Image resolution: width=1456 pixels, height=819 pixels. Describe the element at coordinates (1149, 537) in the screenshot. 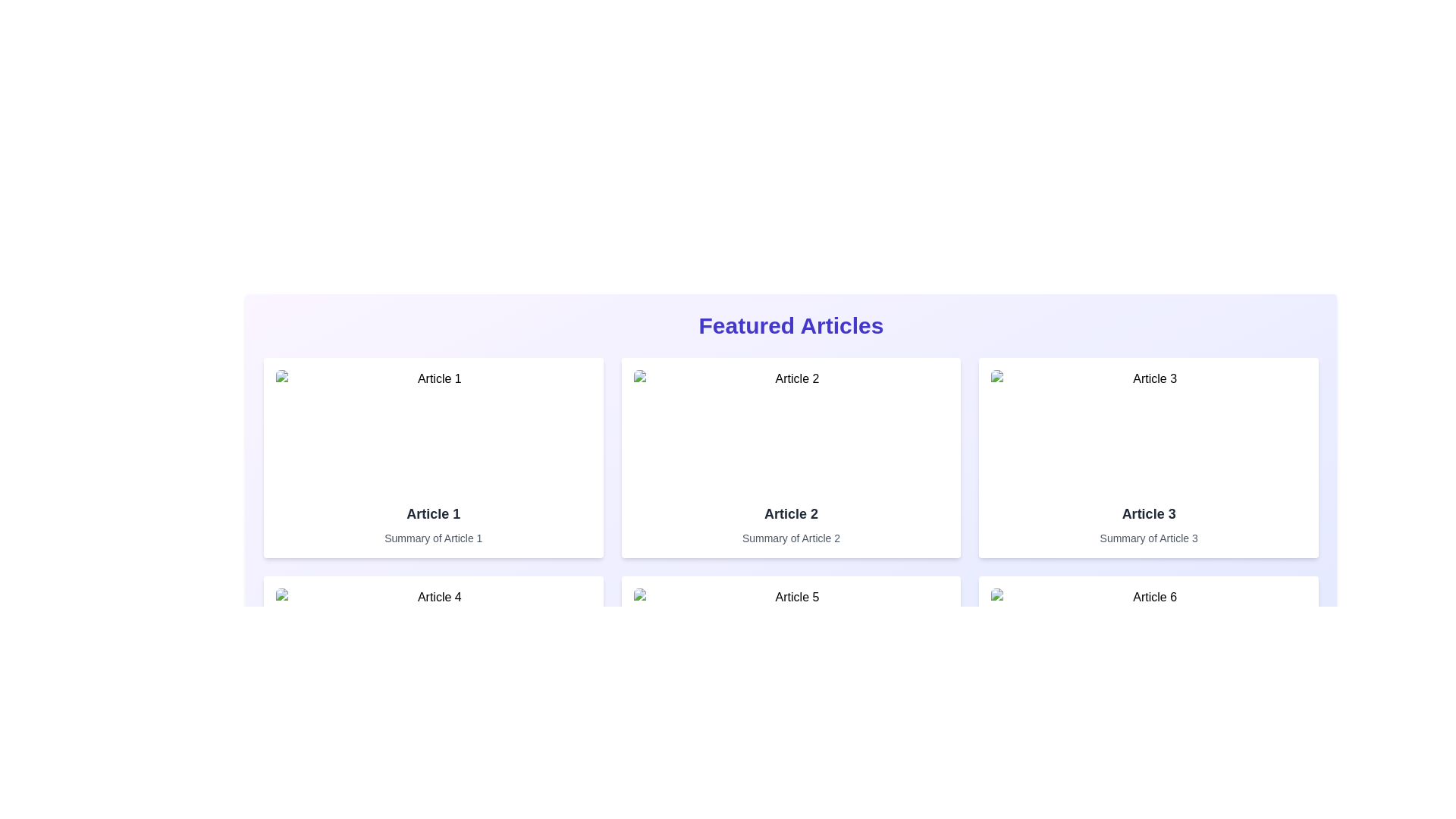

I see `text content of the Text Label that displays 'Summary of Article 3', which is styled in a small gray font and located under the title 'Article 3'` at that location.